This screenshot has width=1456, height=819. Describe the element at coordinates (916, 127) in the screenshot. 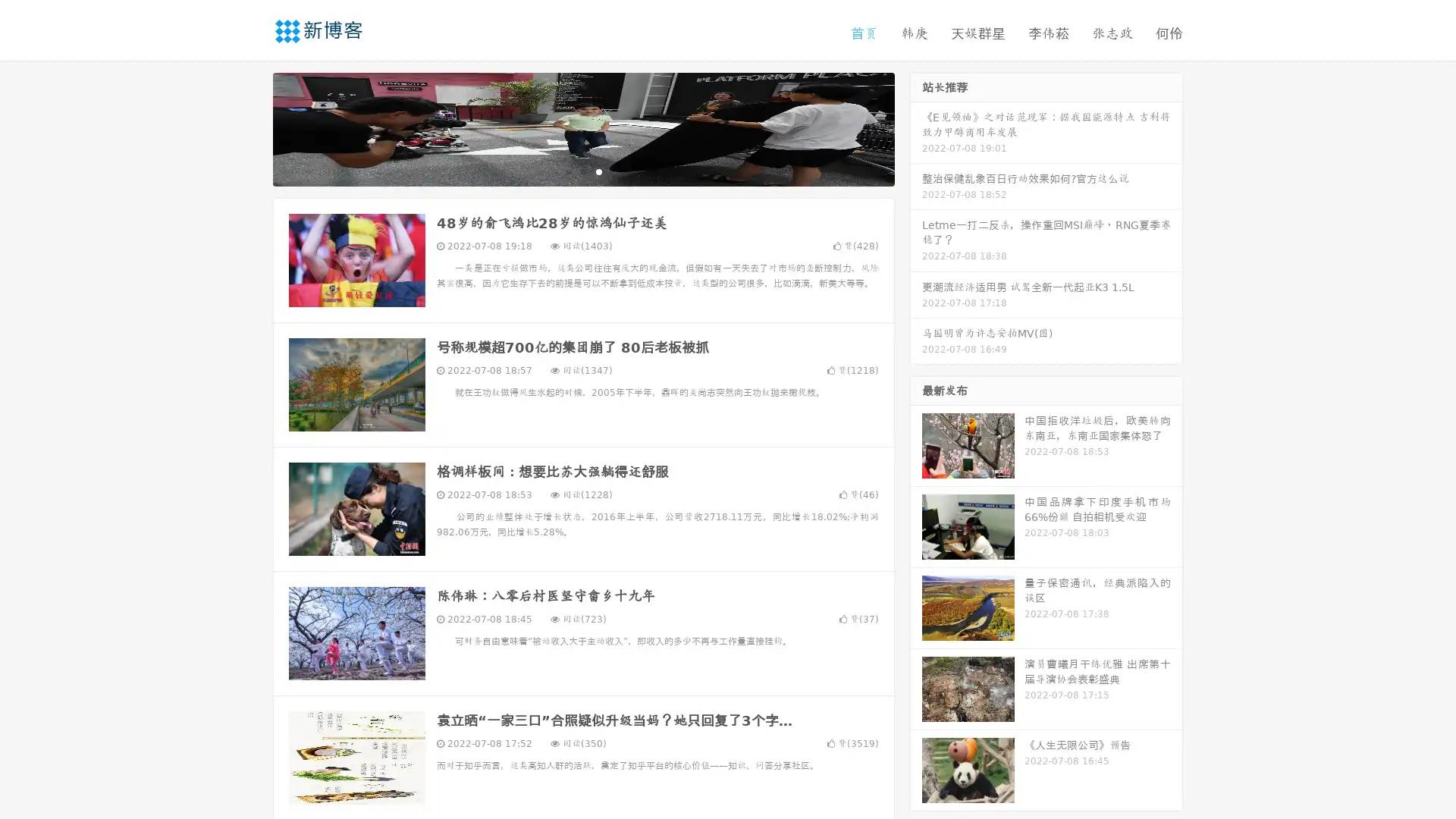

I see `Next slide` at that location.